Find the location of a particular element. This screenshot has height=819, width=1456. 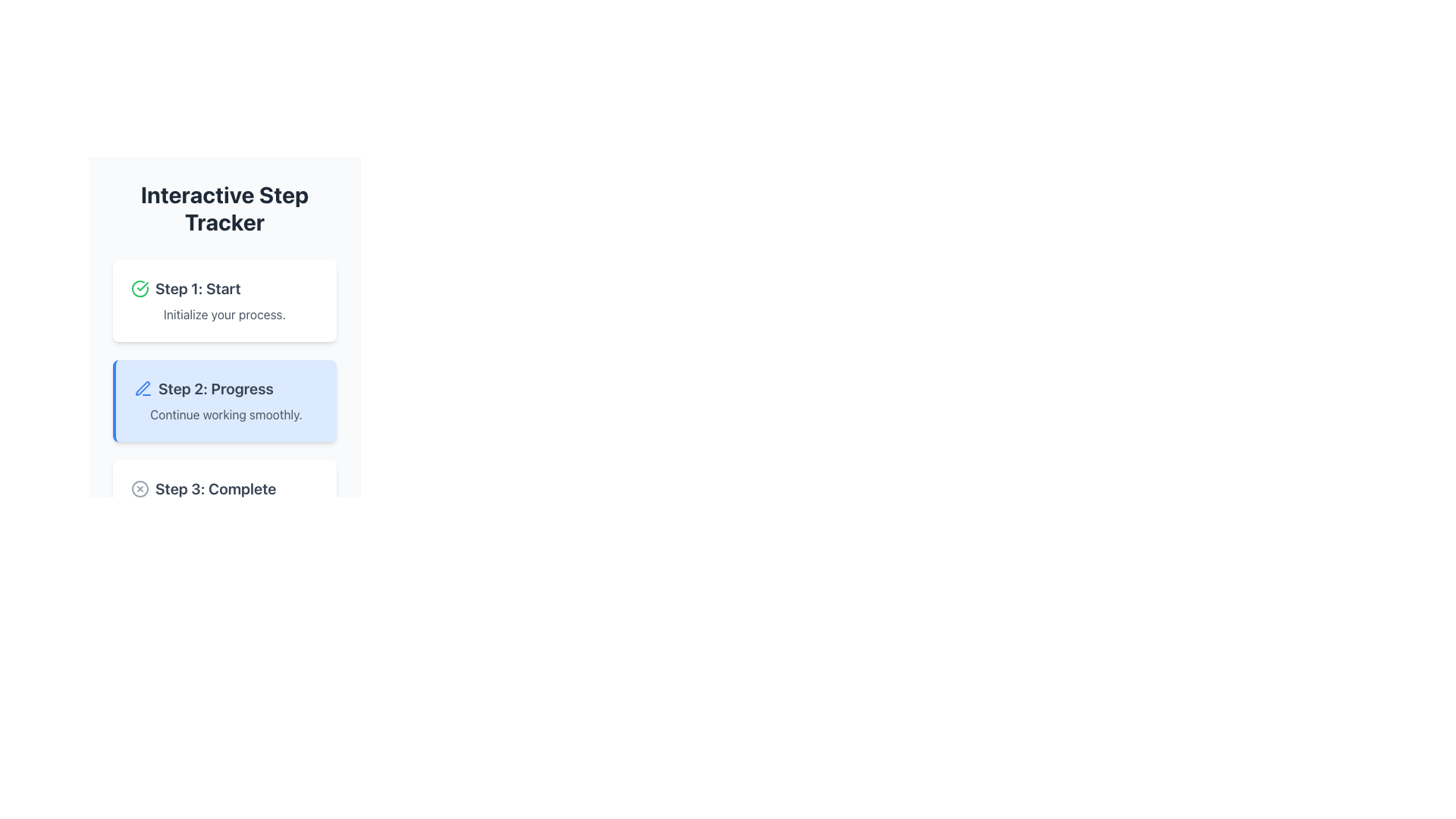

the supportive text label providing guidance for 'Step 2: Progress', located below the main header of the same step is located at coordinates (225, 415).